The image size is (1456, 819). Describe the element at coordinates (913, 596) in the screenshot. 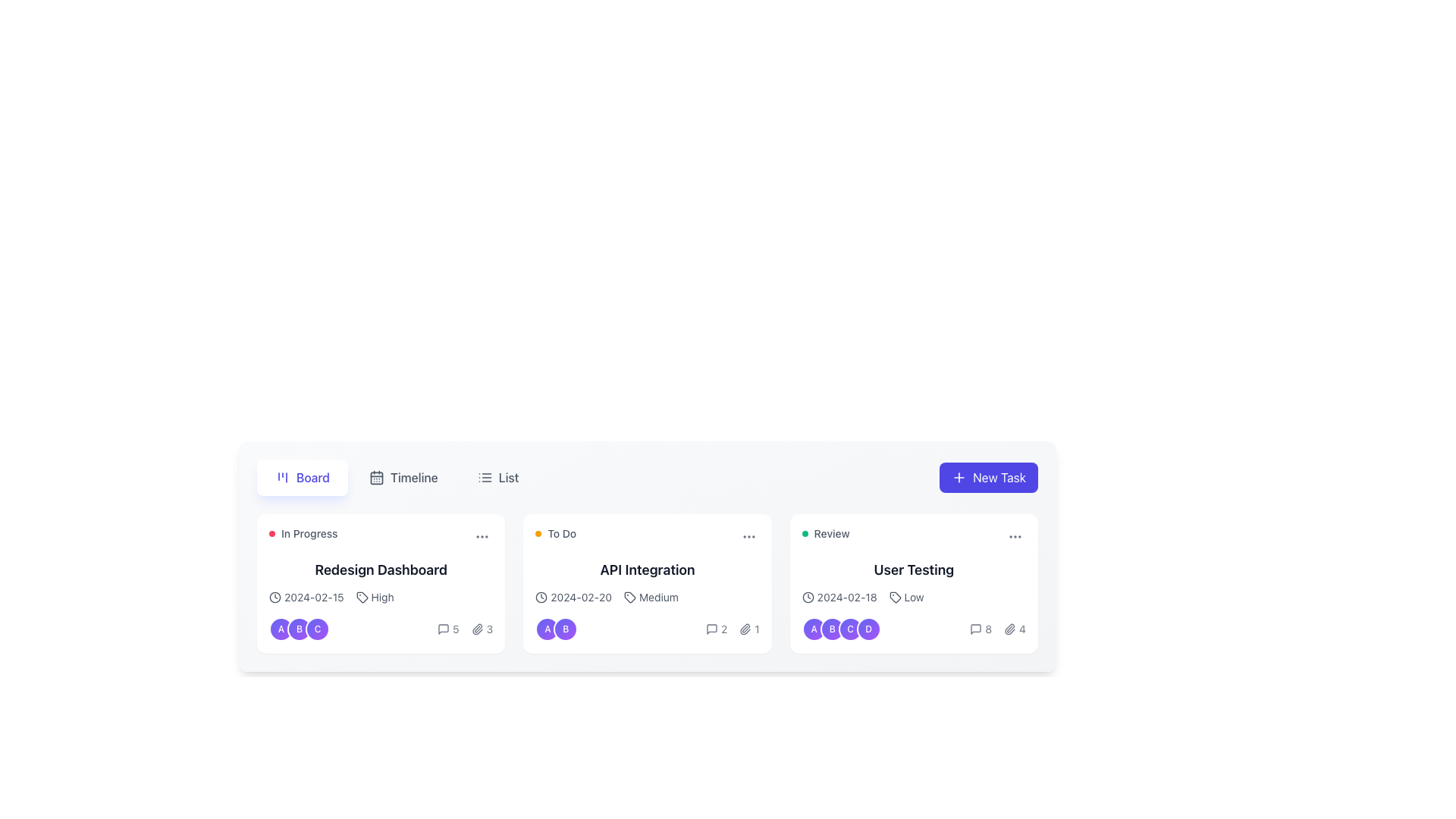

I see `details displayed in the textual information panel for the 'User Testing' task, which shows the deadline '2024-02-18' and priority 'Low'` at that location.